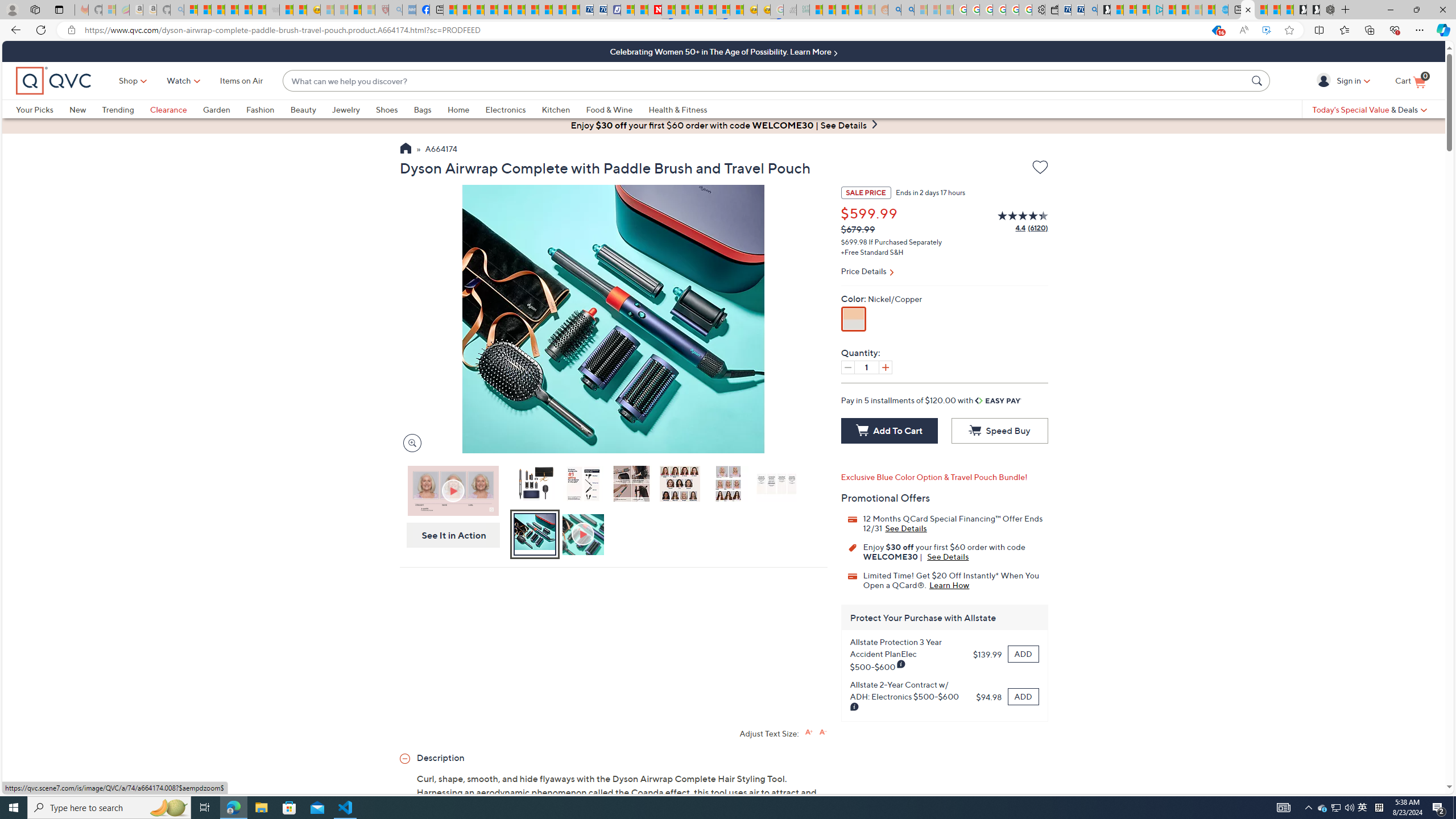 The width and height of the screenshot is (1456, 819). I want to click on 'New', so click(84, 109).